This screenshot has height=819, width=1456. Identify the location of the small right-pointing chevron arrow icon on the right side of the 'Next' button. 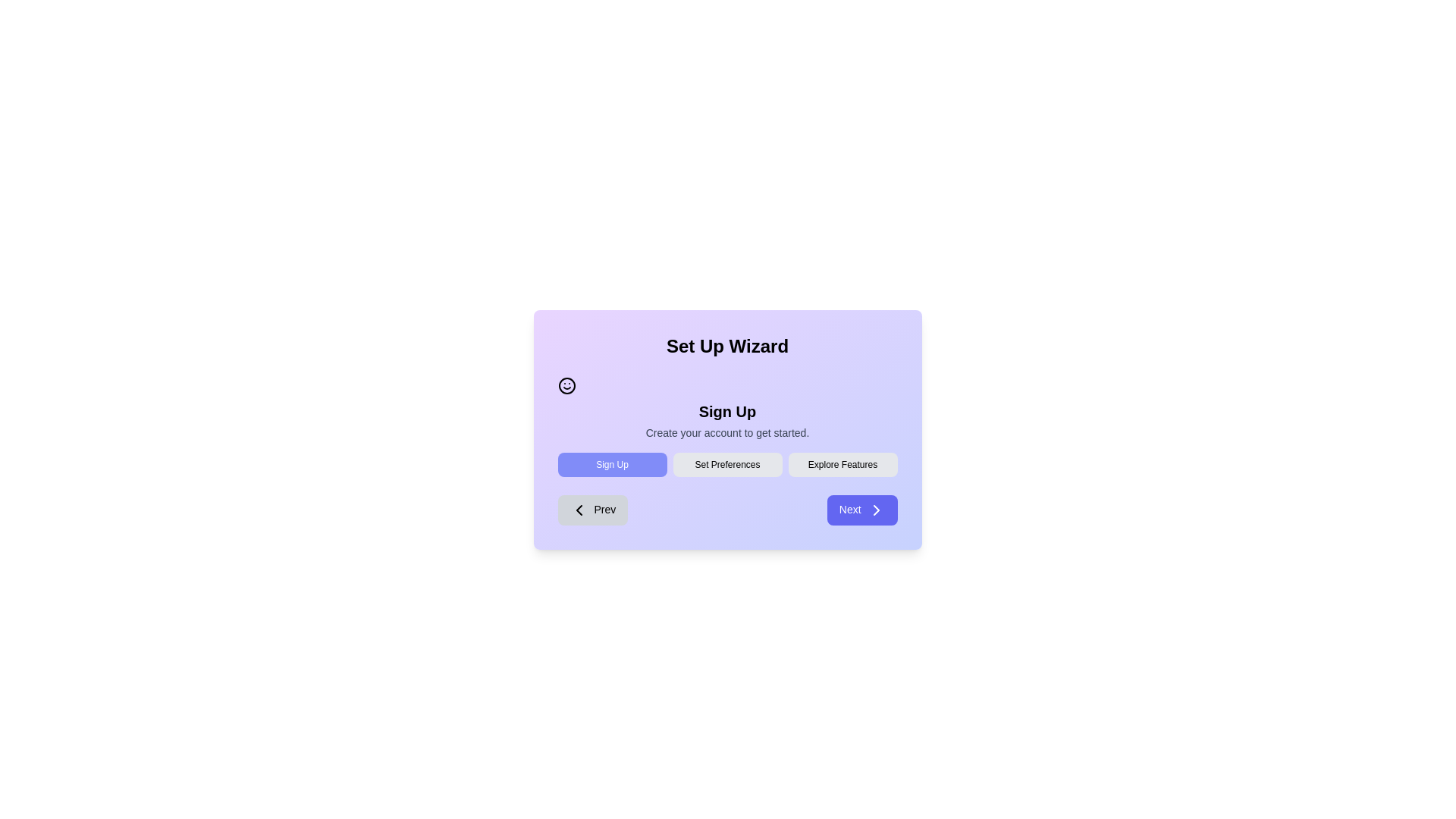
(876, 510).